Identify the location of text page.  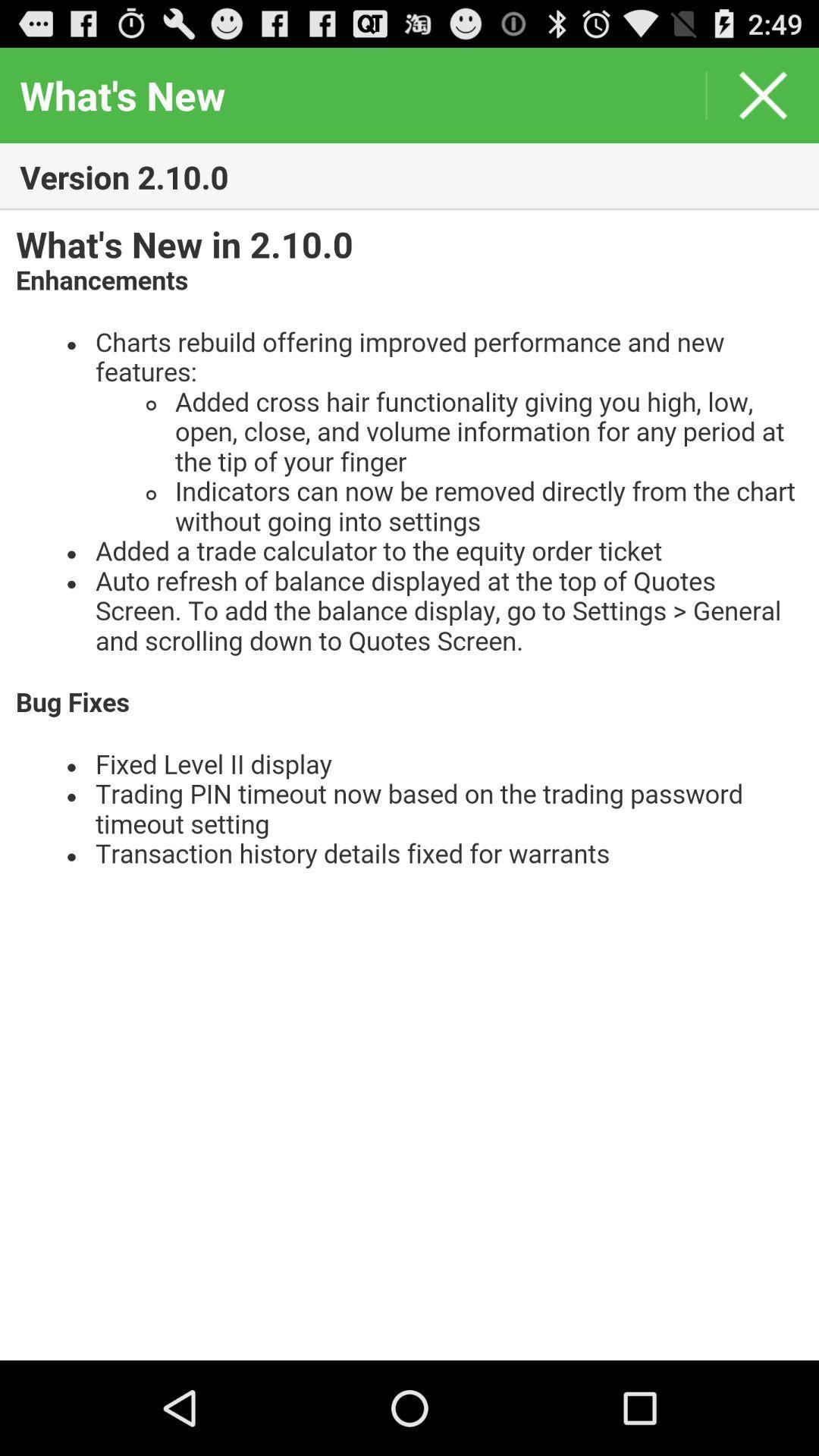
(409, 785).